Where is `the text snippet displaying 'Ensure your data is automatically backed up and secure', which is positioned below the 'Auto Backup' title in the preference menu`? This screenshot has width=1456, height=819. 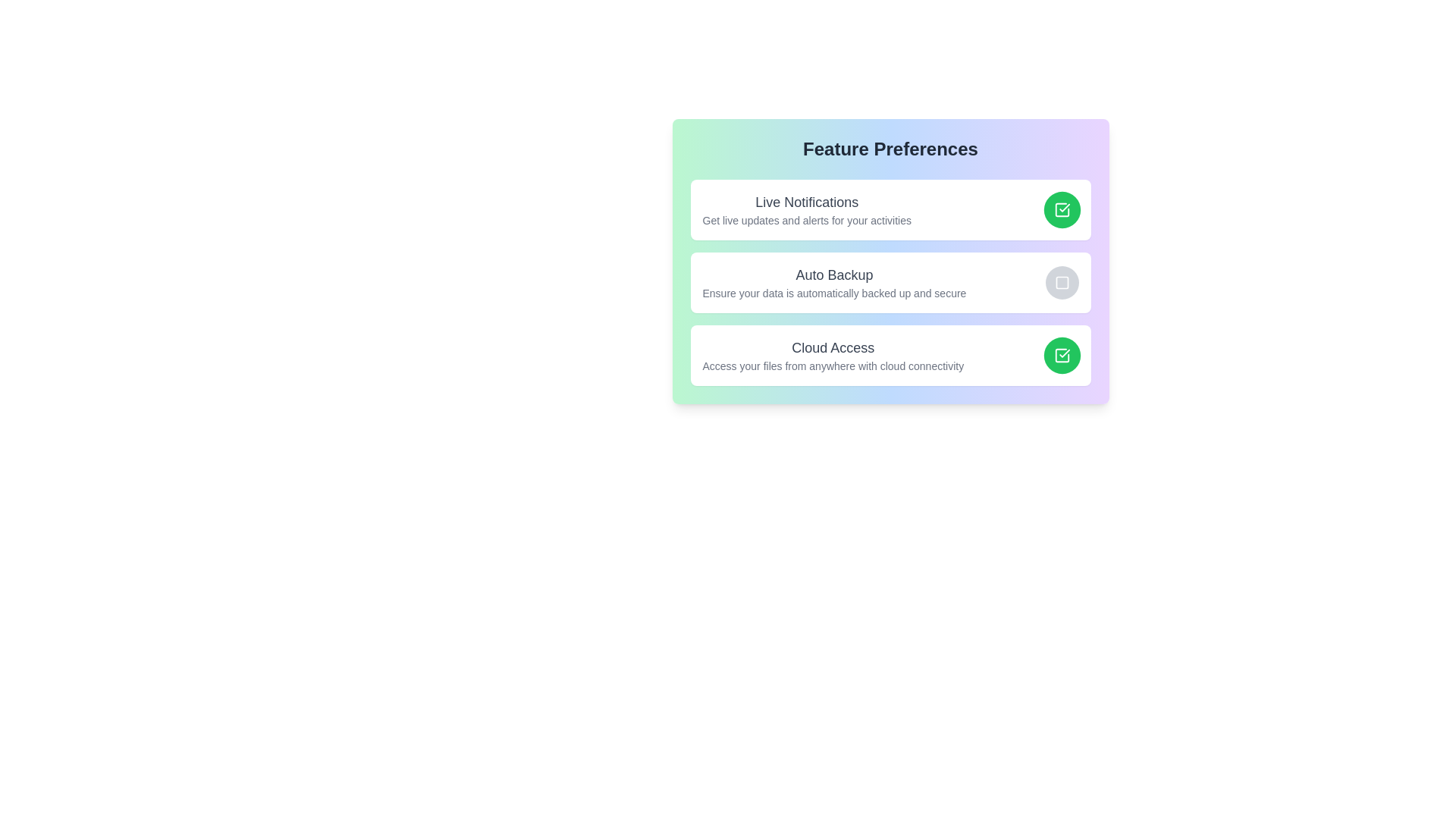 the text snippet displaying 'Ensure your data is automatically backed up and secure', which is positioned below the 'Auto Backup' title in the preference menu is located at coordinates (833, 293).